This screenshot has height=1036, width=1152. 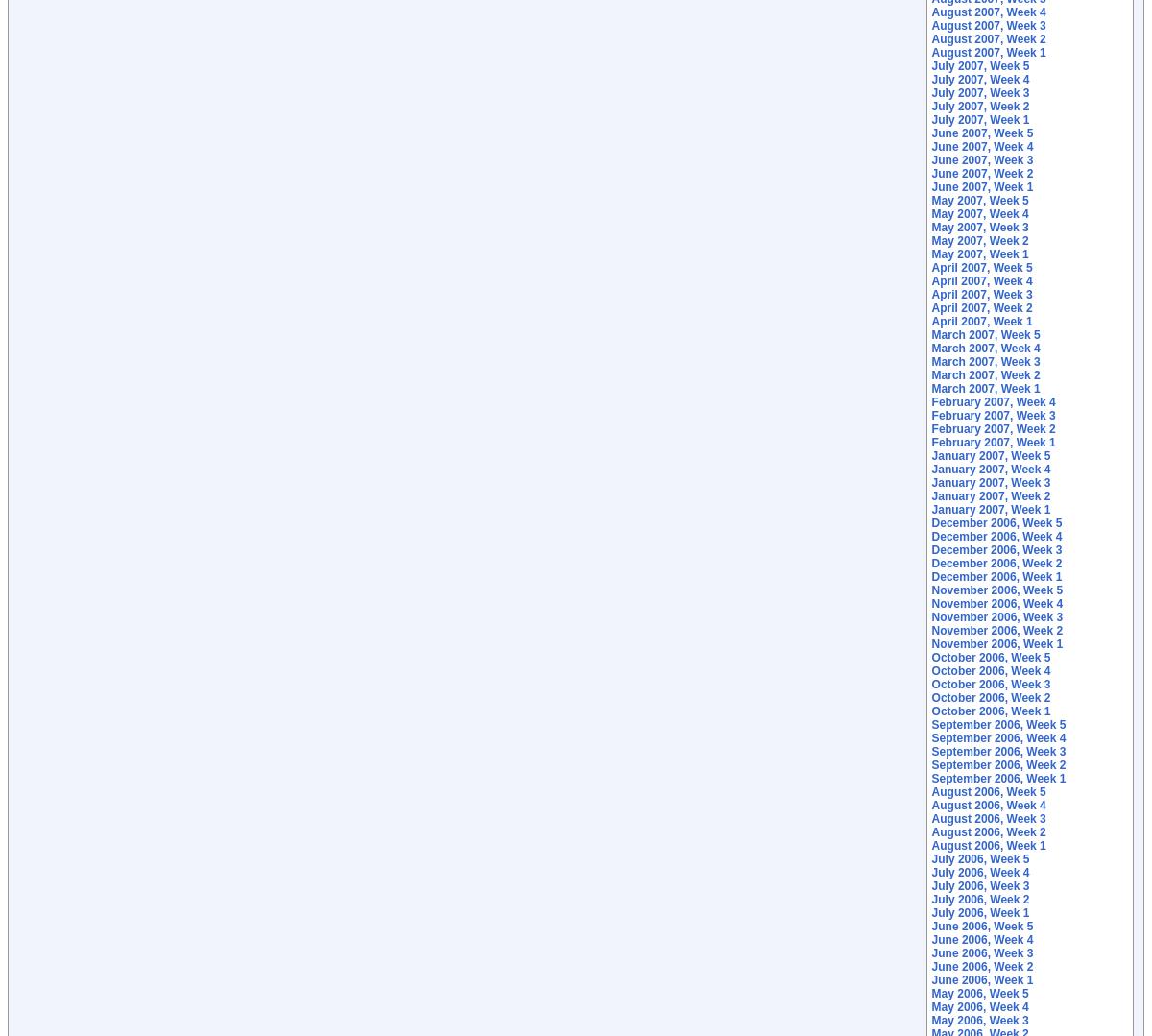 I want to click on 'December 2006, Week 4', so click(x=996, y=536).